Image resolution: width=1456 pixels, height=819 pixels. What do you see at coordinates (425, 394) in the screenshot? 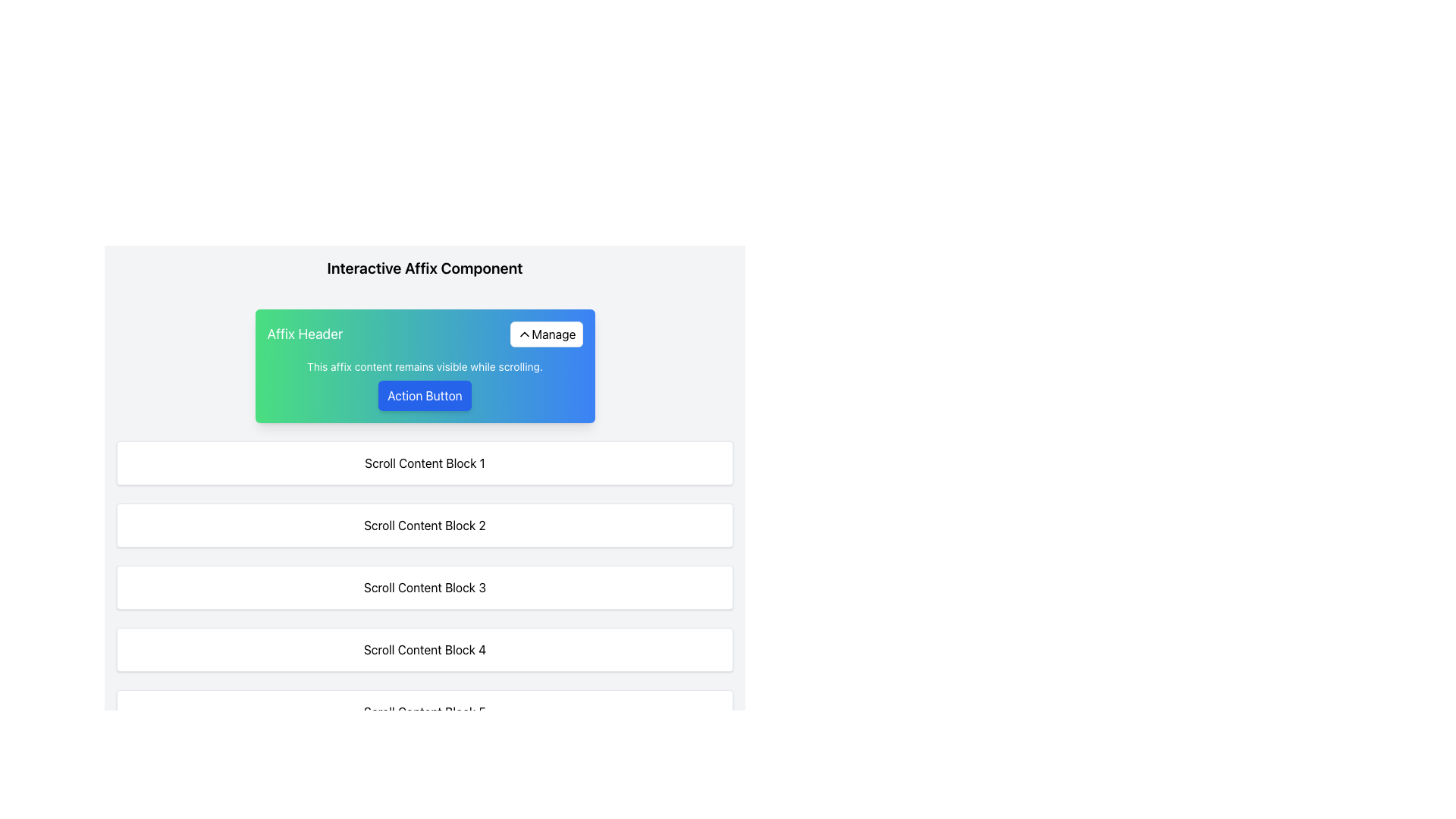
I see `the blue rectangular button labeled 'Action Button' located near the lower edge of the gradient-colored affix header` at bounding box center [425, 394].